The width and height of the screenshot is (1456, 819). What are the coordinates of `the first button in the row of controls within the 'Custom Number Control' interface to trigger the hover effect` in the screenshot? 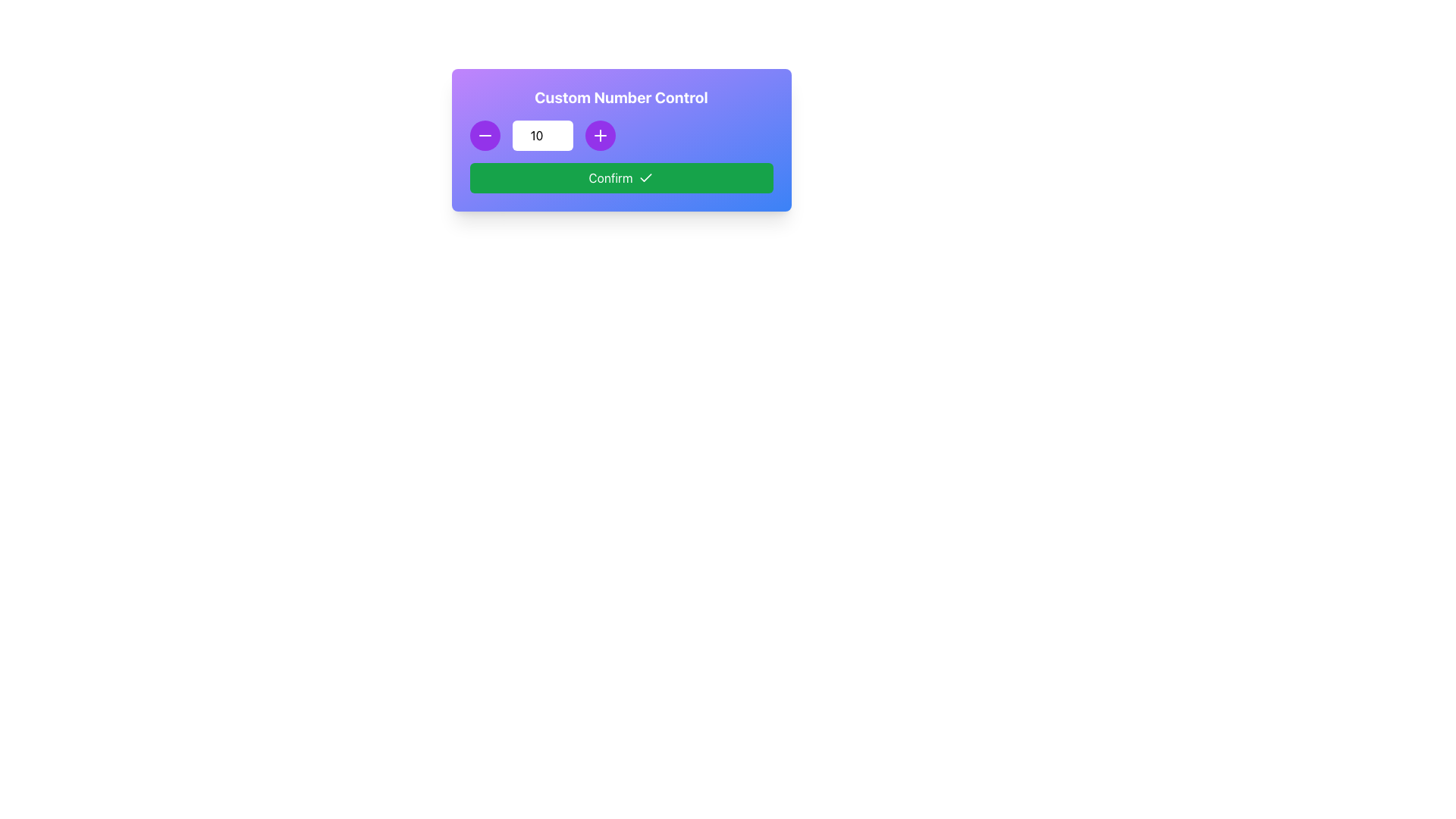 It's located at (484, 134).